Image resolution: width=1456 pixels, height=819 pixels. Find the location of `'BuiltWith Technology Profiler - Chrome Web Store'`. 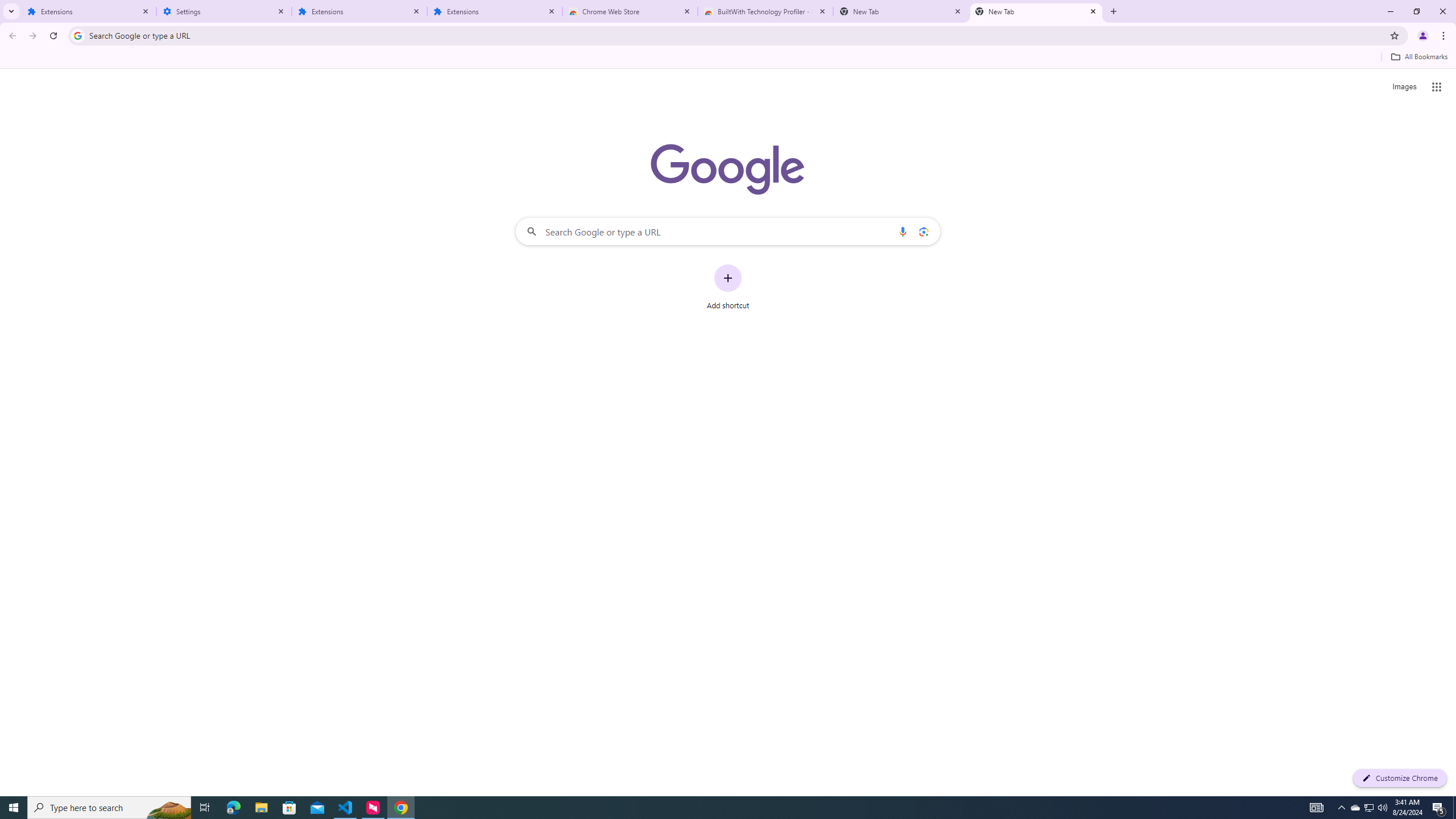

'BuiltWith Technology Profiler - Chrome Web Store' is located at coordinates (765, 11).